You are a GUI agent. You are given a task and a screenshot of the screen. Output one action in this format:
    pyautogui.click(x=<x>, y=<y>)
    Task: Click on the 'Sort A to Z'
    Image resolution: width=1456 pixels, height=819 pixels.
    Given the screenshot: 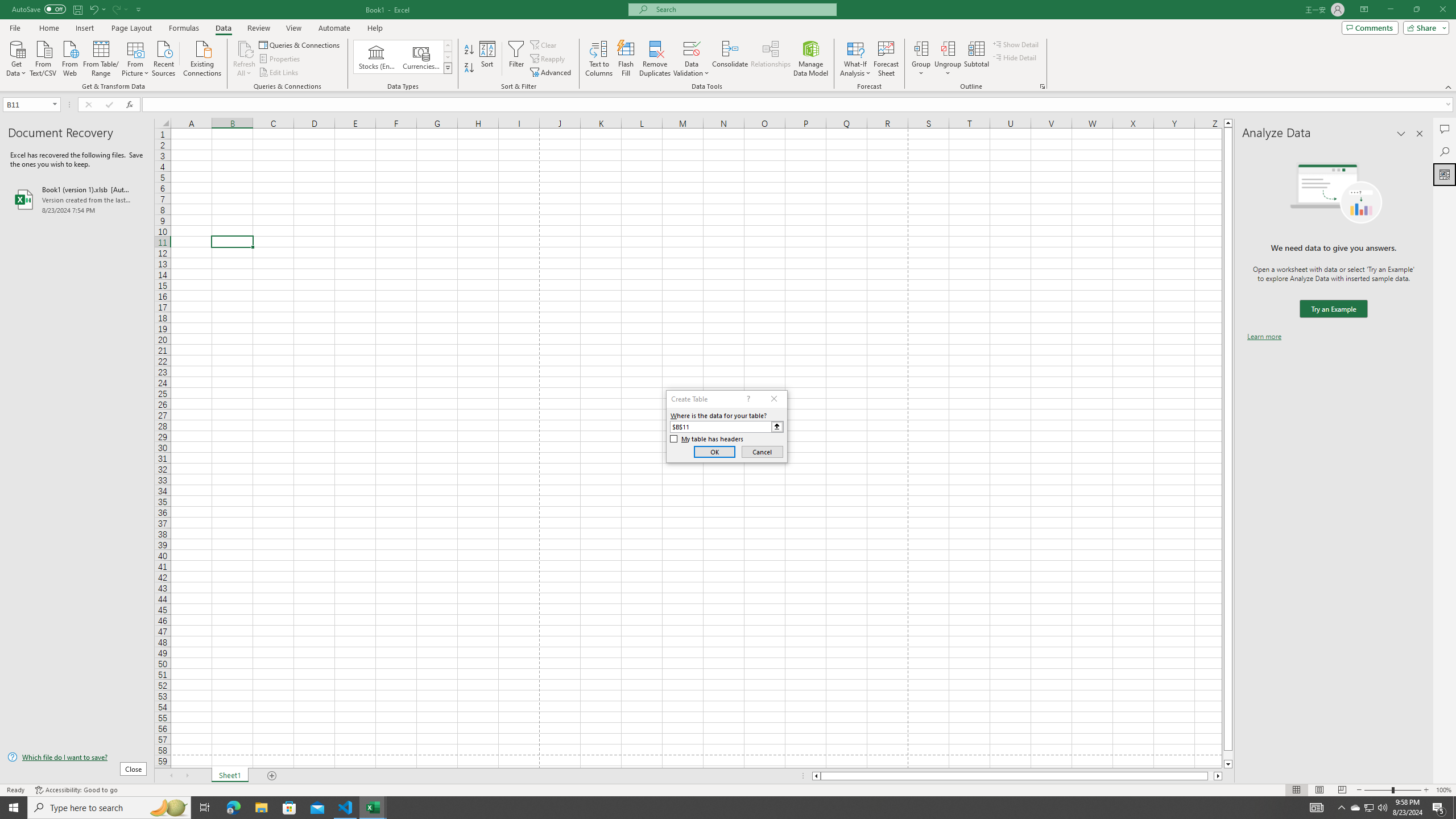 What is the action you would take?
    pyautogui.click(x=469, y=49)
    